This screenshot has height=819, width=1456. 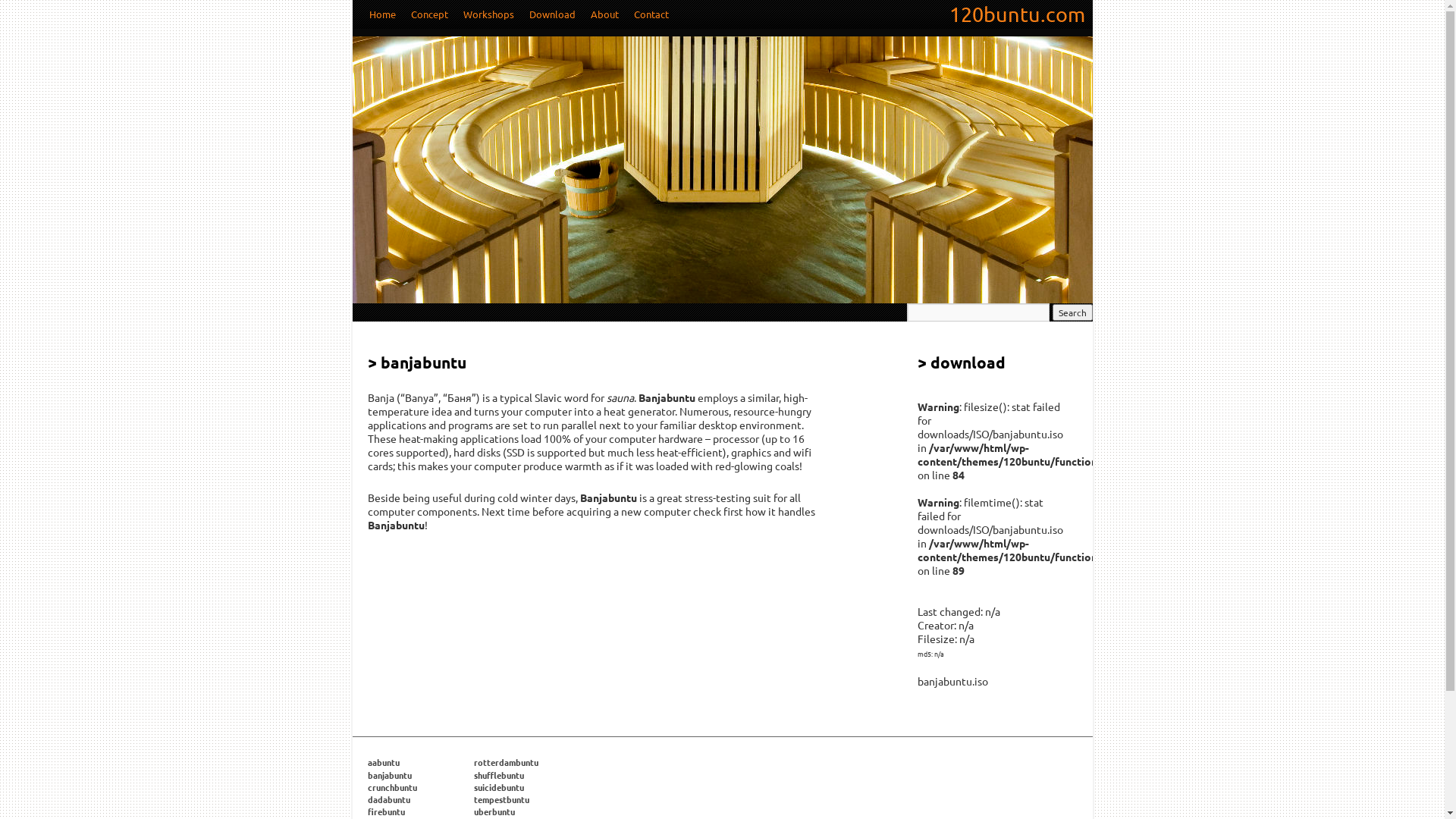 I want to click on 'Download', so click(x=551, y=14).